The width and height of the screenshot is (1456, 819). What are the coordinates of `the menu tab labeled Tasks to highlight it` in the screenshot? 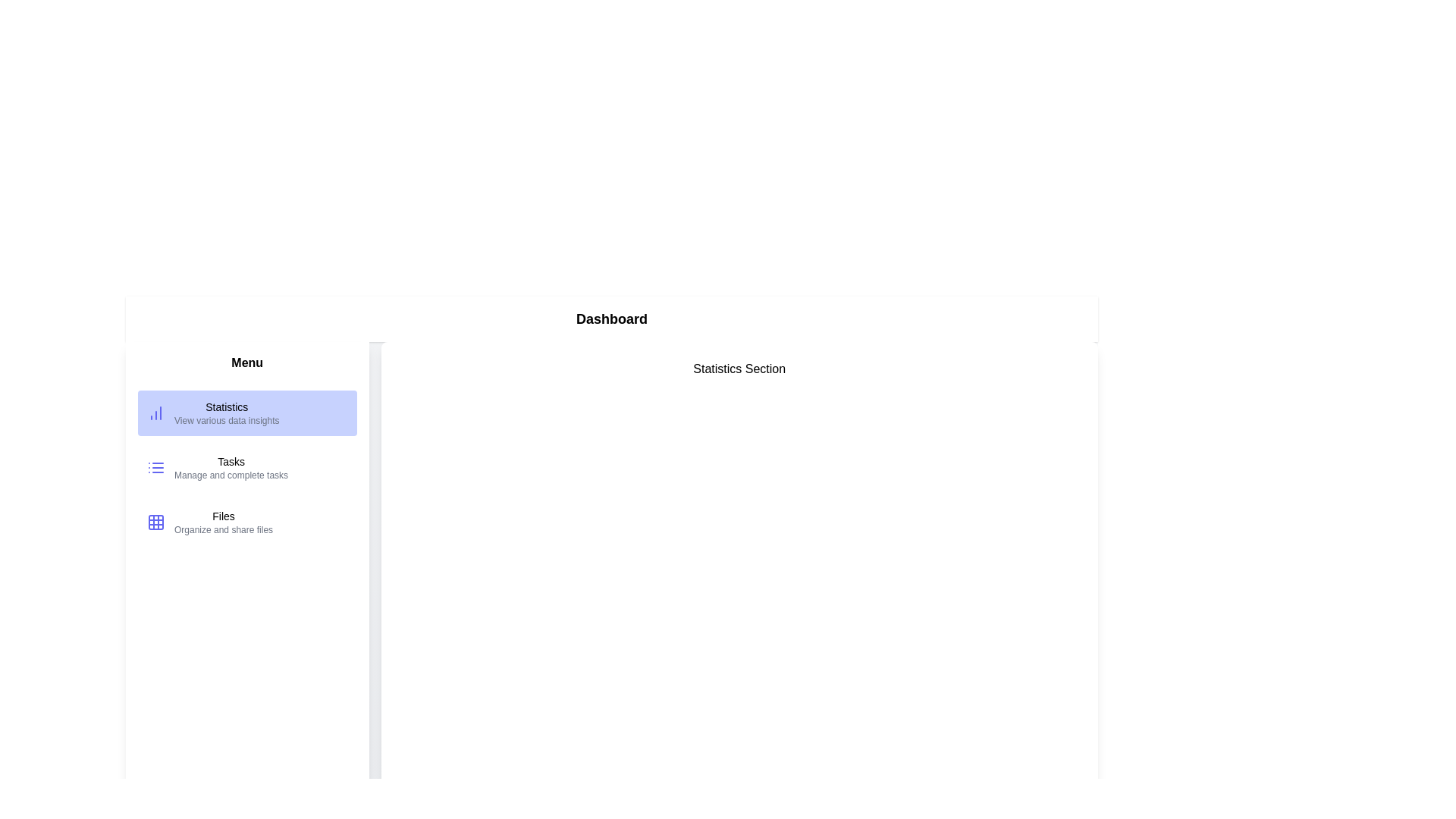 It's located at (247, 467).